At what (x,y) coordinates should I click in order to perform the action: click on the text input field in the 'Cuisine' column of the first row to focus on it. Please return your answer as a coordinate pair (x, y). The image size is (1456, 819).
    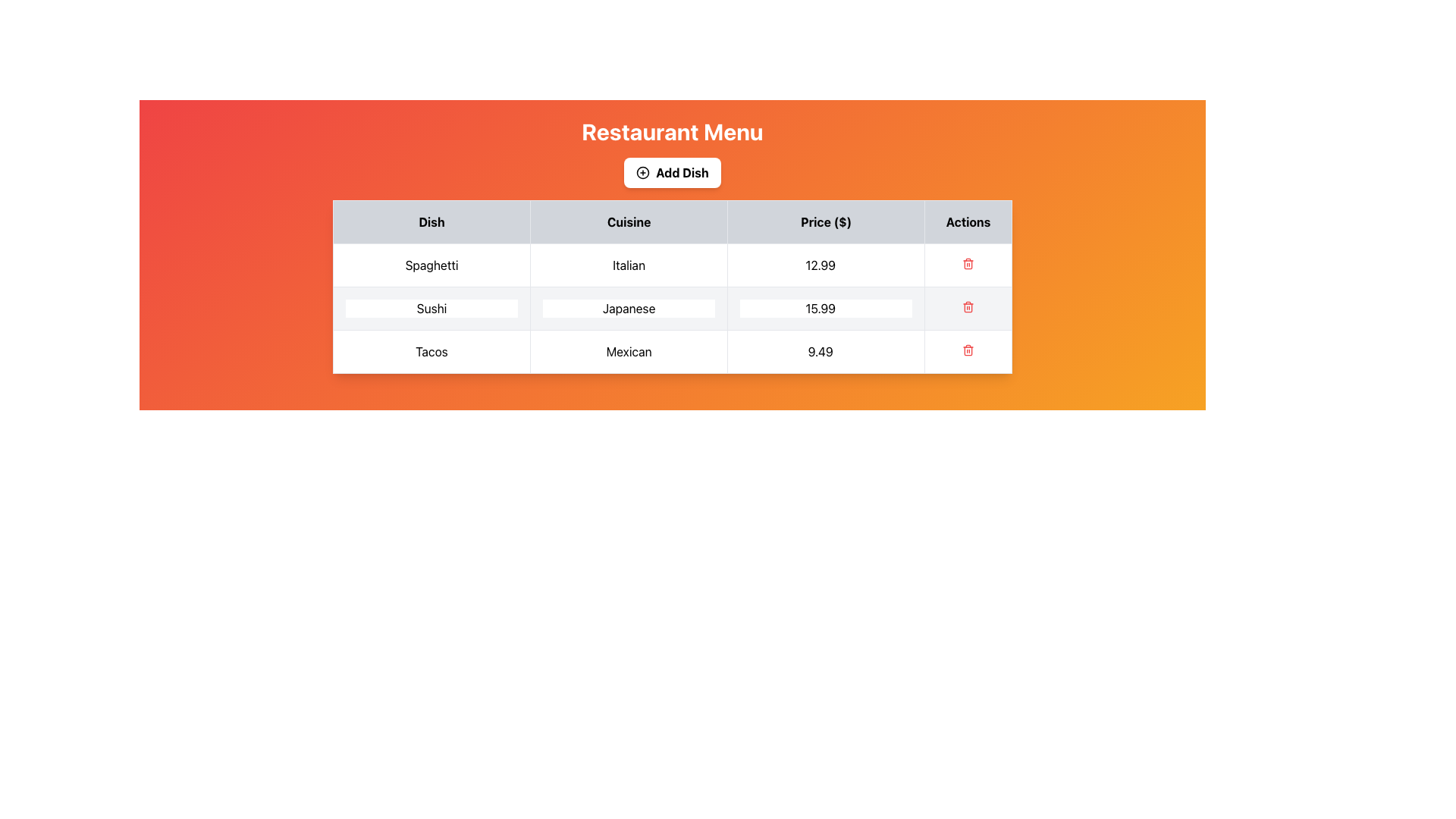
    Looking at the image, I should click on (629, 265).